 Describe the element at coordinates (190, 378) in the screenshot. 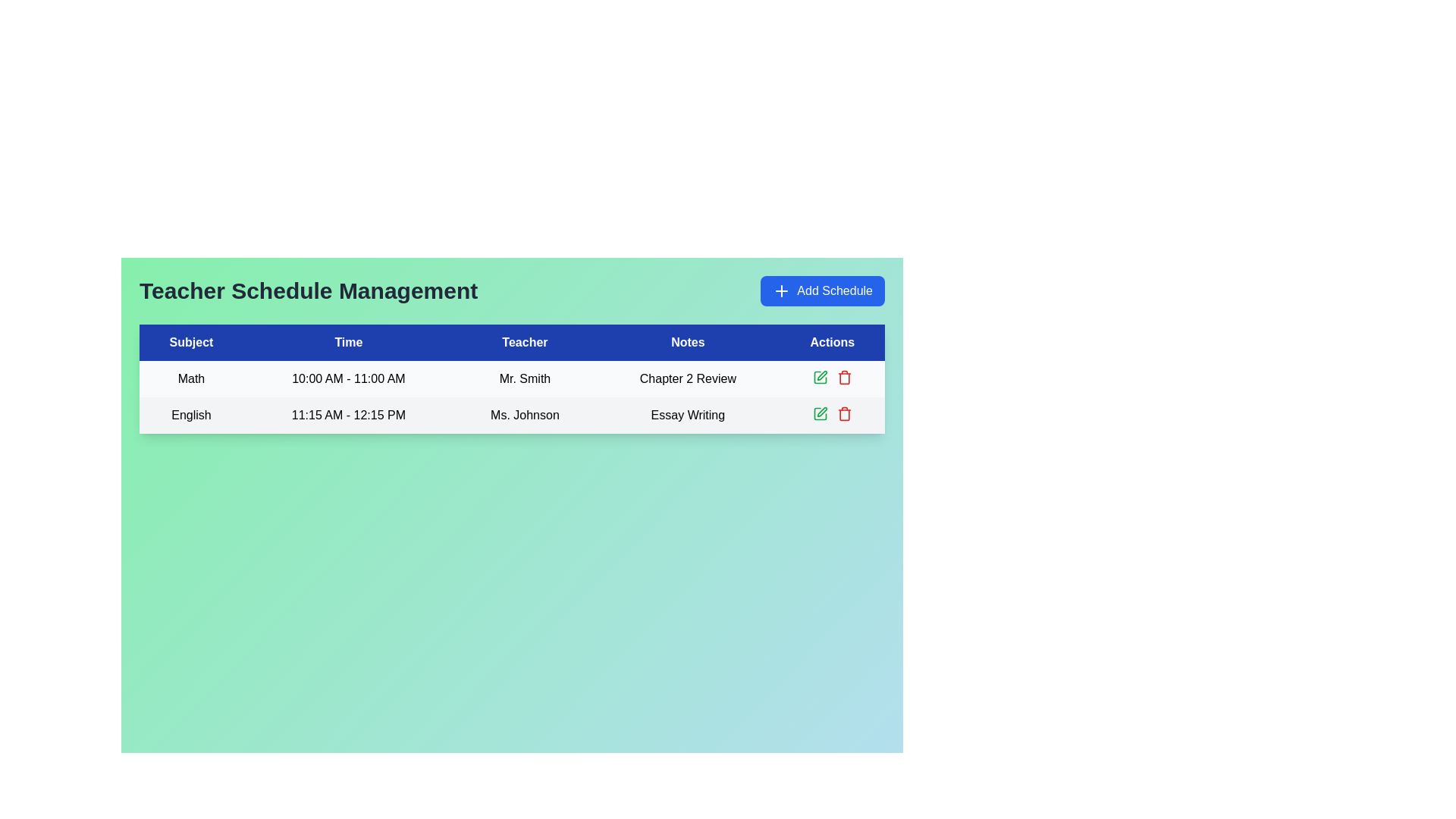

I see `the static text label indicating the subject of the schedule entry, which is 'Math', located in the first column of the table under the header 'Subject'` at that location.